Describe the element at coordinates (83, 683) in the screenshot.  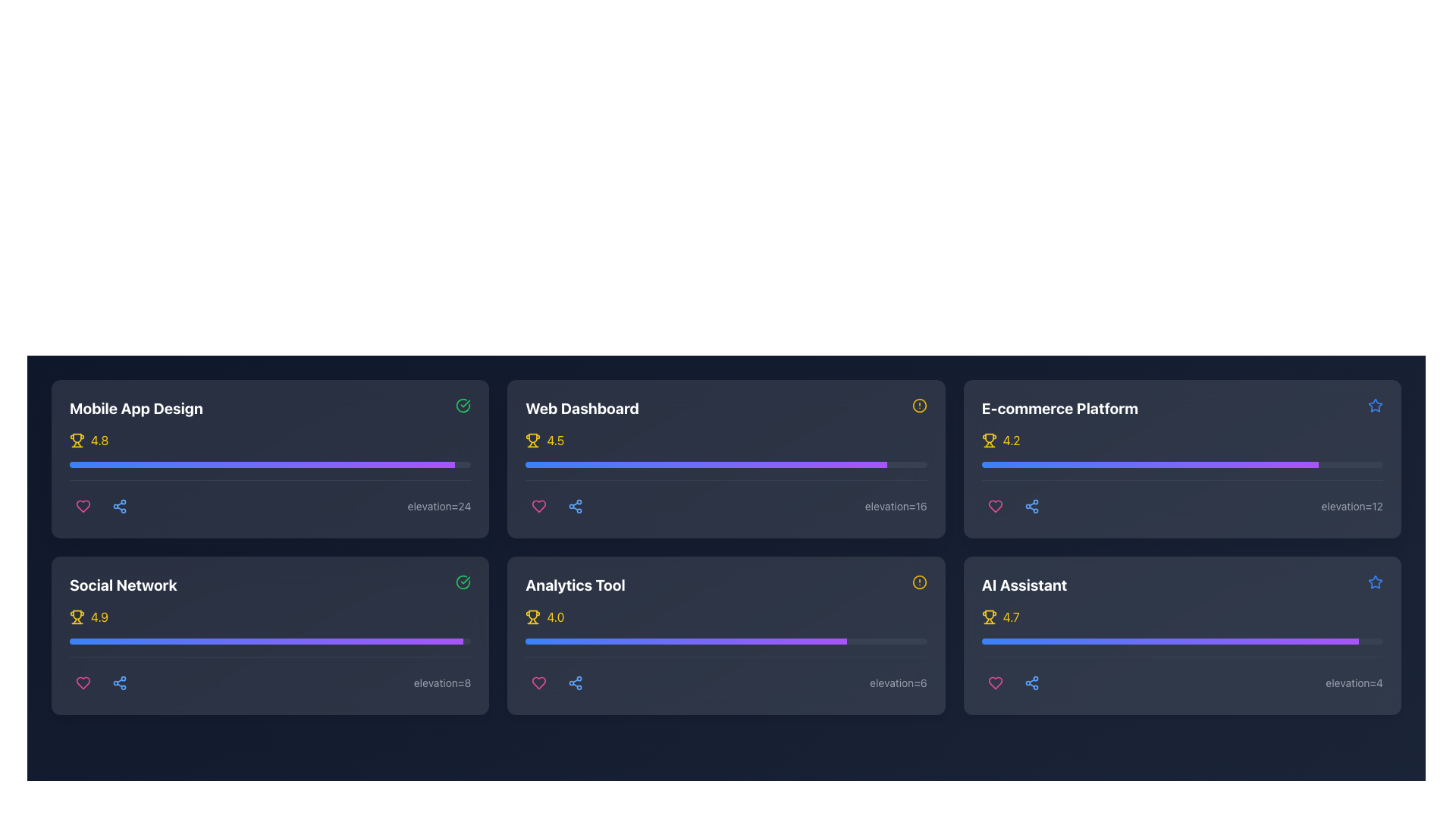
I see `the heart icon located below the progress bar in the 'Social Network' card to express a liking action towards the item` at that location.